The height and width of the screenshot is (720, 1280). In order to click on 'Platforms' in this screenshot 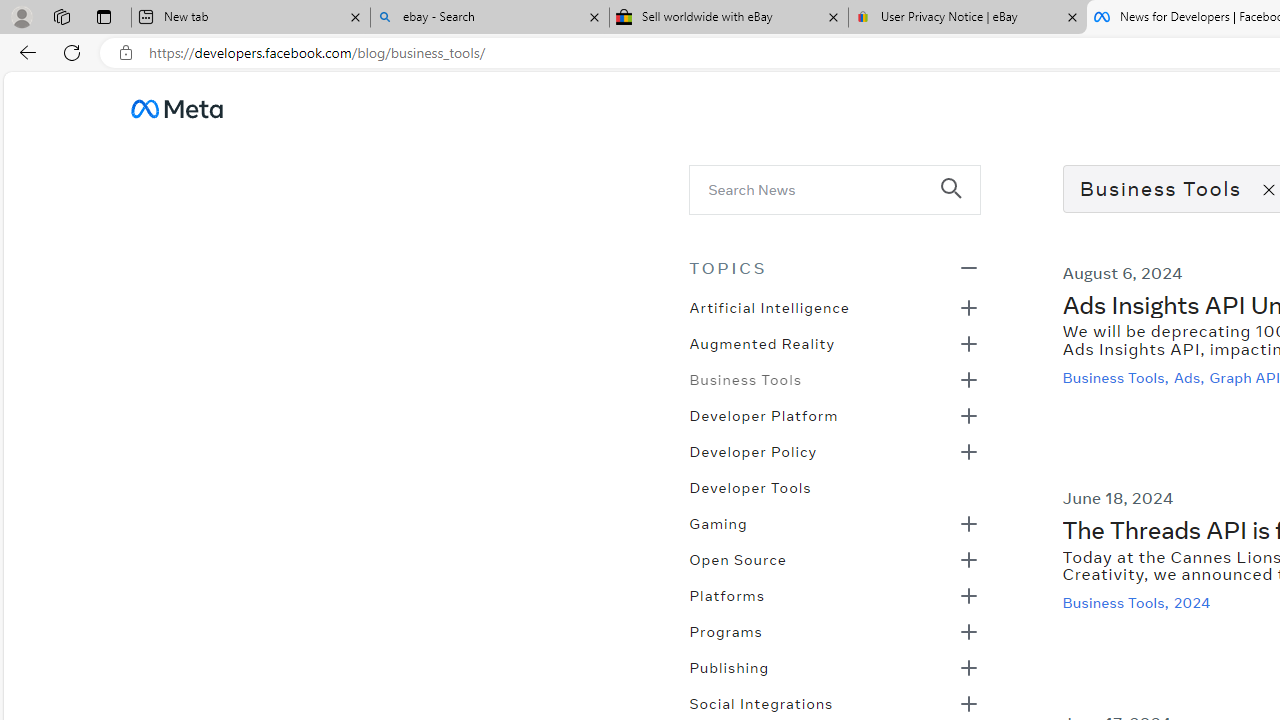, I will do `click(726, 593)`.